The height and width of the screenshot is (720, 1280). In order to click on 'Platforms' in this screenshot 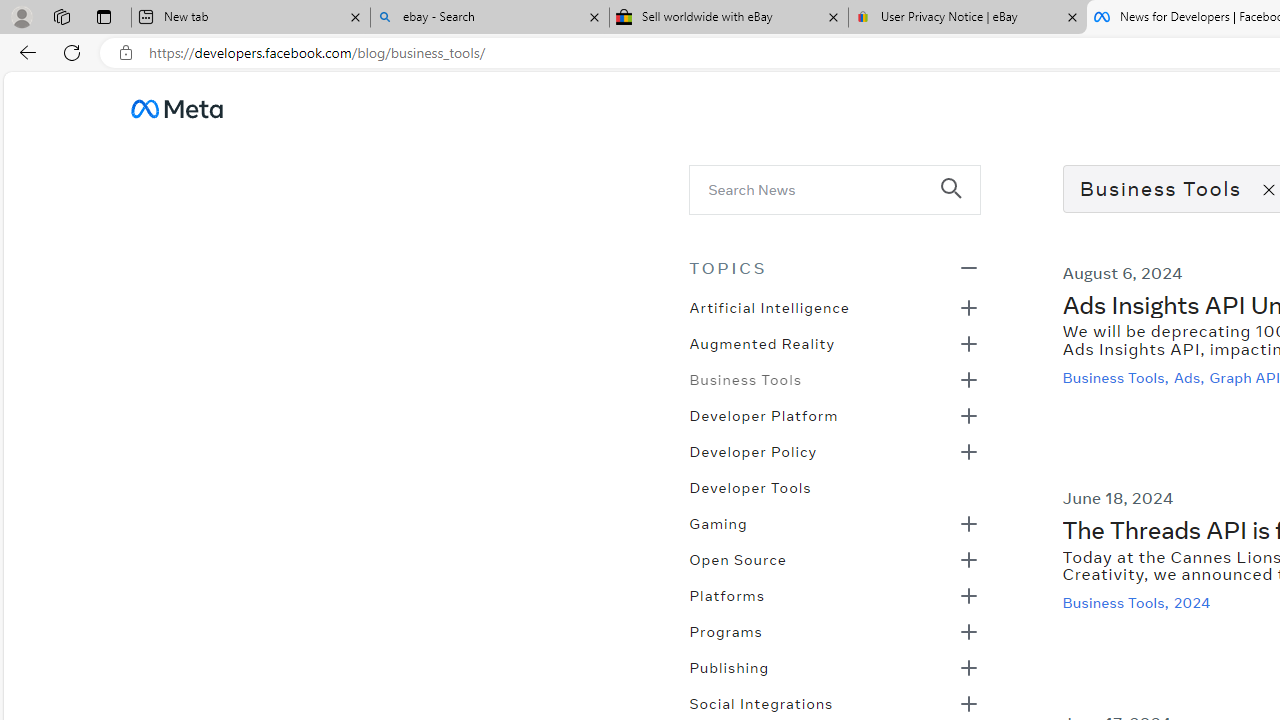, I will do `click(726, 593)`.